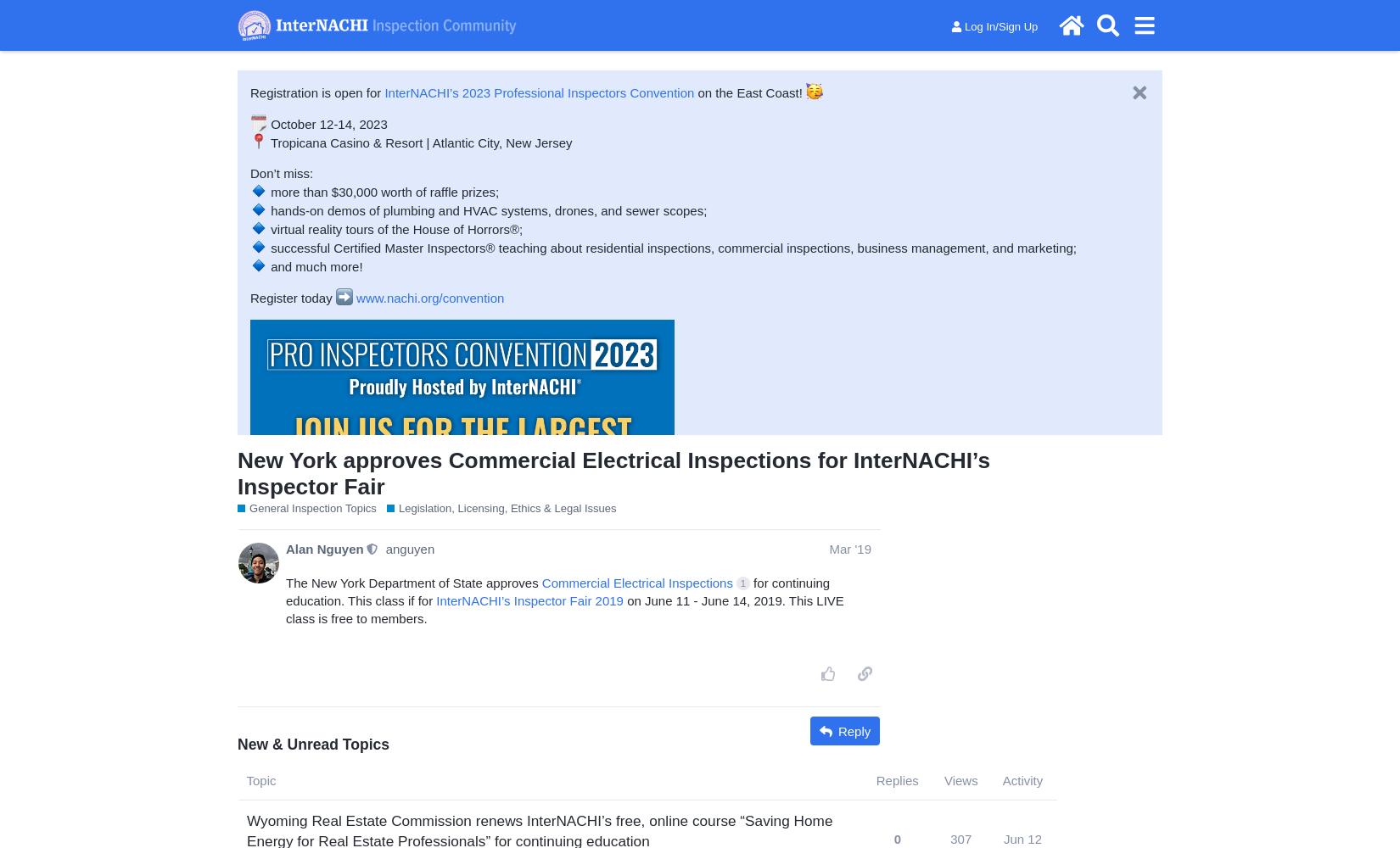 Image resolution: width=1400 pixels, height=848 pixels. I want to click on 'virtual reality tours of the House of Horrors®;', so click(394, 228).